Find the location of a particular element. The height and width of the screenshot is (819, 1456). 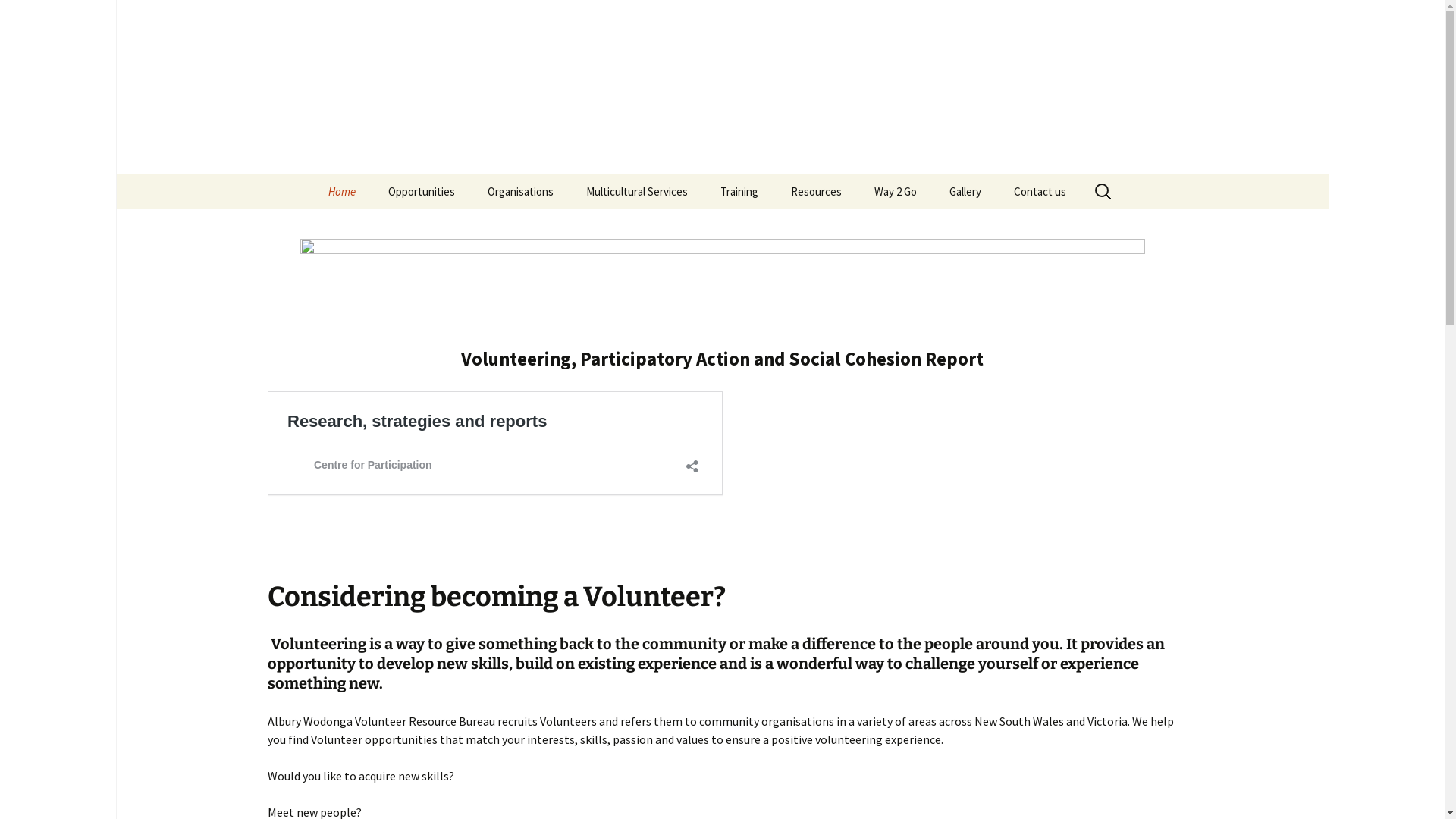

'Gallery' is located at coordinates (934, 190).